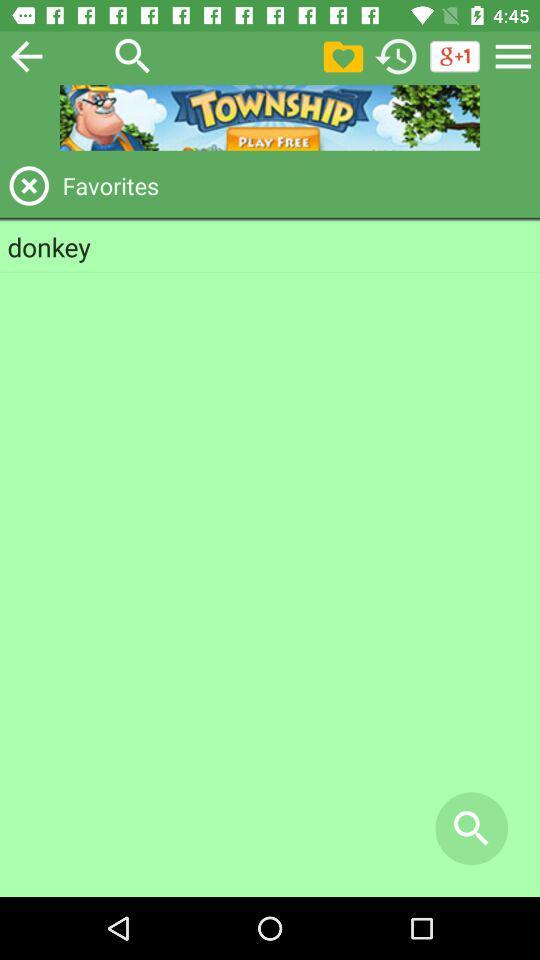 This screenshot has height=960, width=540. Describe the element at coordinates (25, 55) in the screenshot. I see `the arrow_backward icon` at that location.